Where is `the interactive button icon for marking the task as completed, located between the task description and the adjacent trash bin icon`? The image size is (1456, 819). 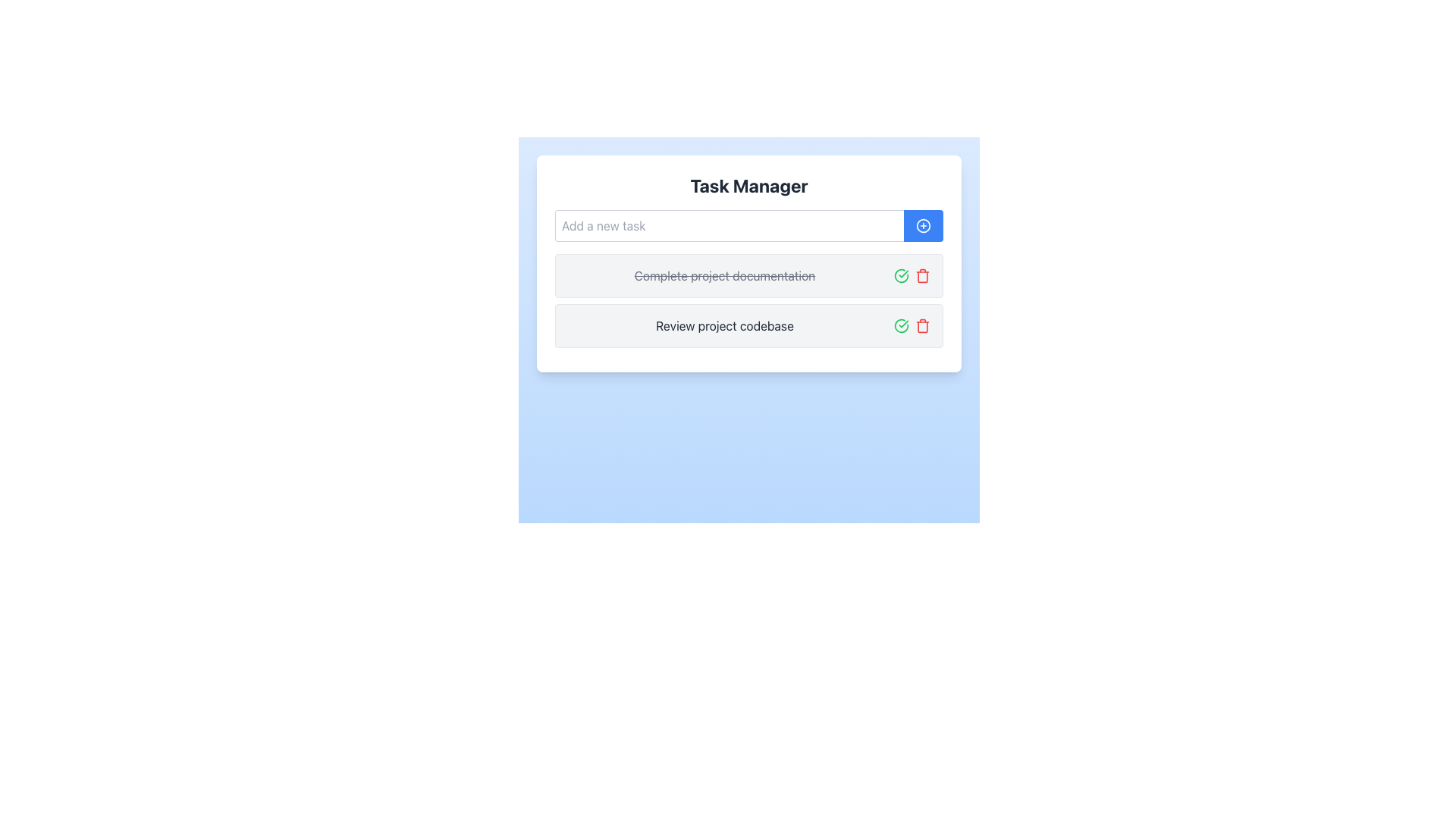 the interactive button icon for marking the task as completed, located between the task description and the adjacent trash bin icon is located at coordinates (902, 275).